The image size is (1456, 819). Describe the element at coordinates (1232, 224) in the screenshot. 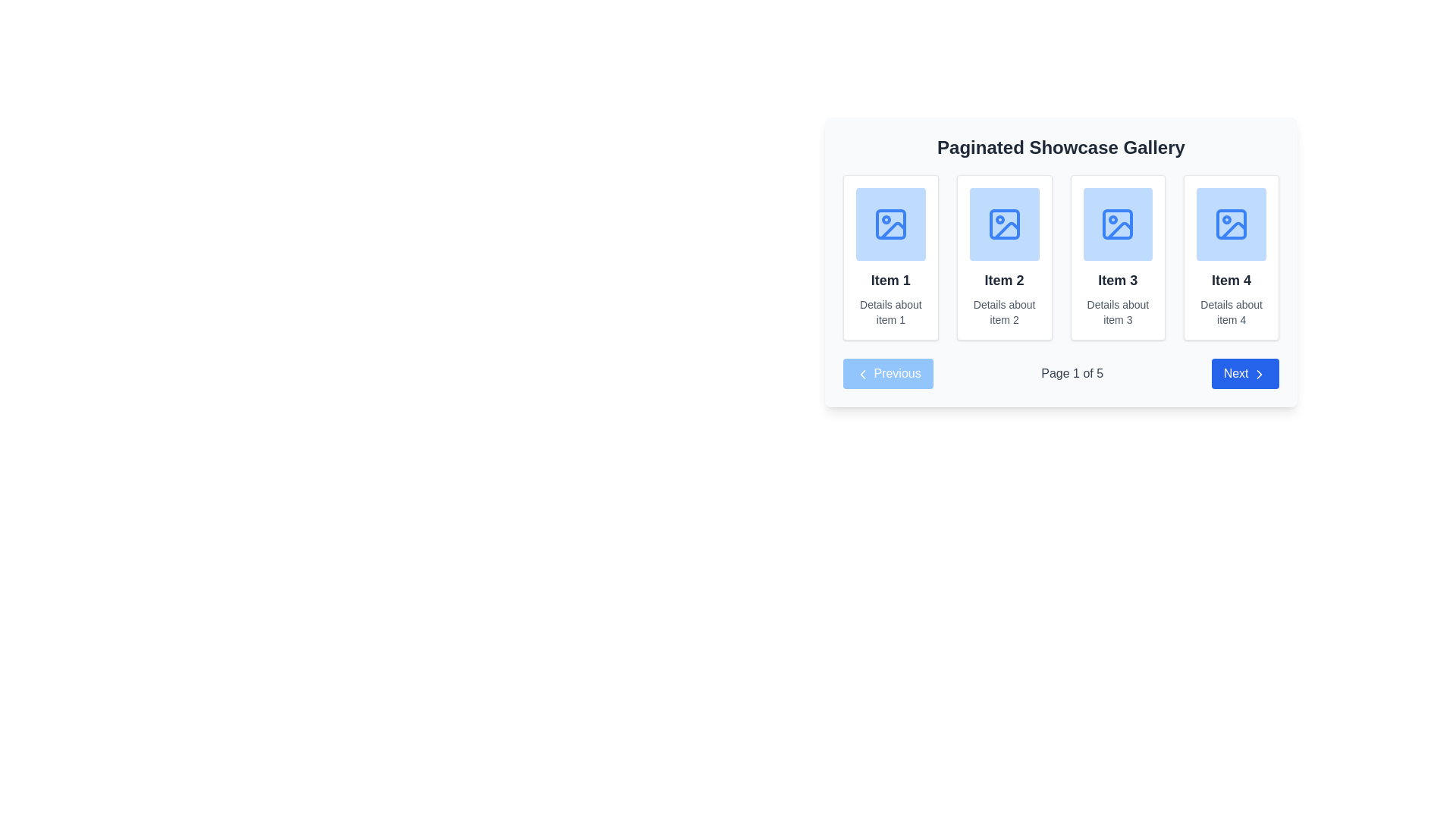

I see `the mountain and sun icon within the fourth card titled 'Item 4' in the 'Paginated Showcase Gallery' interface` at that location.